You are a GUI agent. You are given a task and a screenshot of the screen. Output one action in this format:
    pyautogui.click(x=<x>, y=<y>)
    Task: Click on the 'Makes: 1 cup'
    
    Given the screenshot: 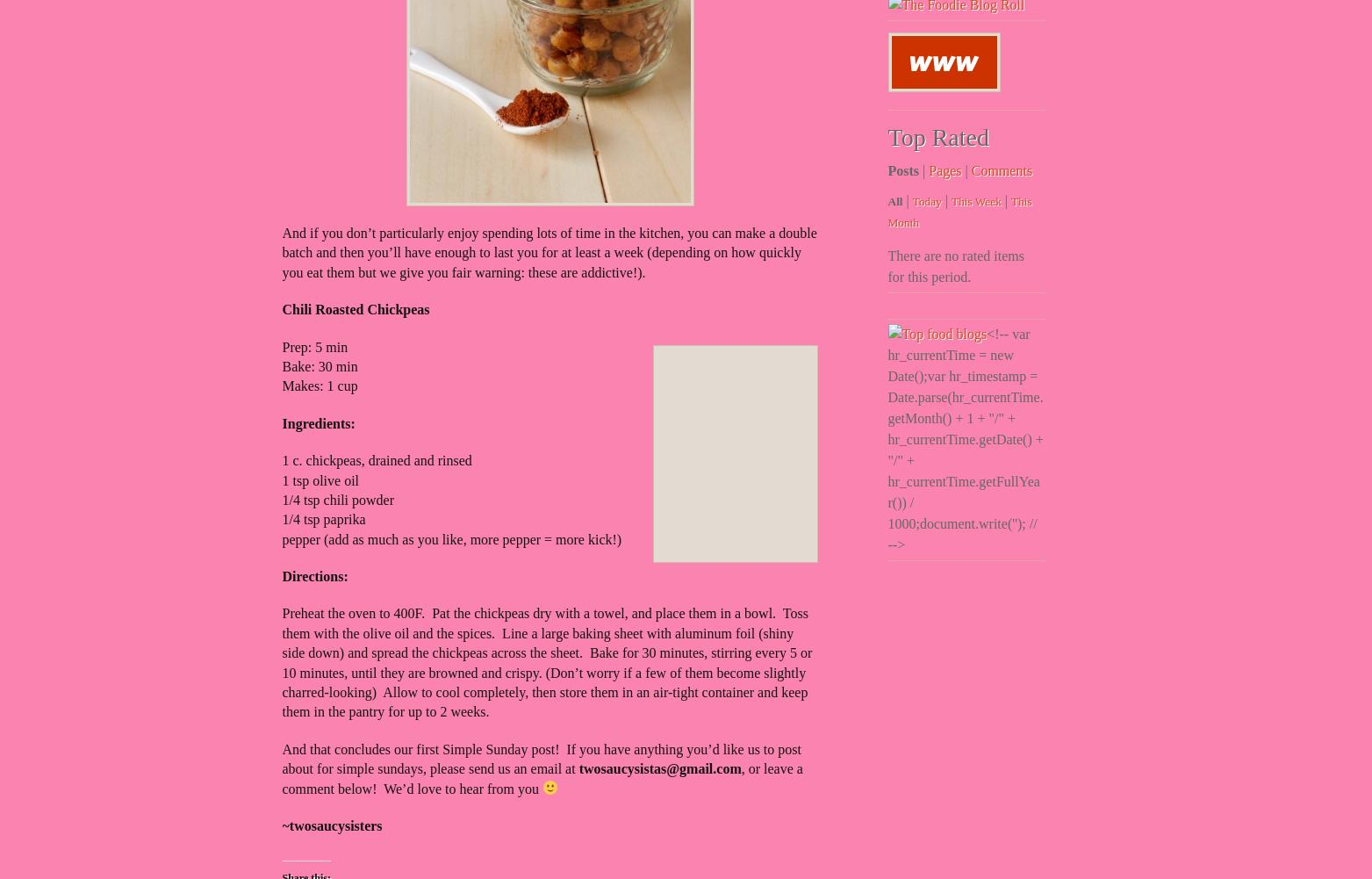 What is the action you would take?
    pyautogui.click(x=282, y=385)
    